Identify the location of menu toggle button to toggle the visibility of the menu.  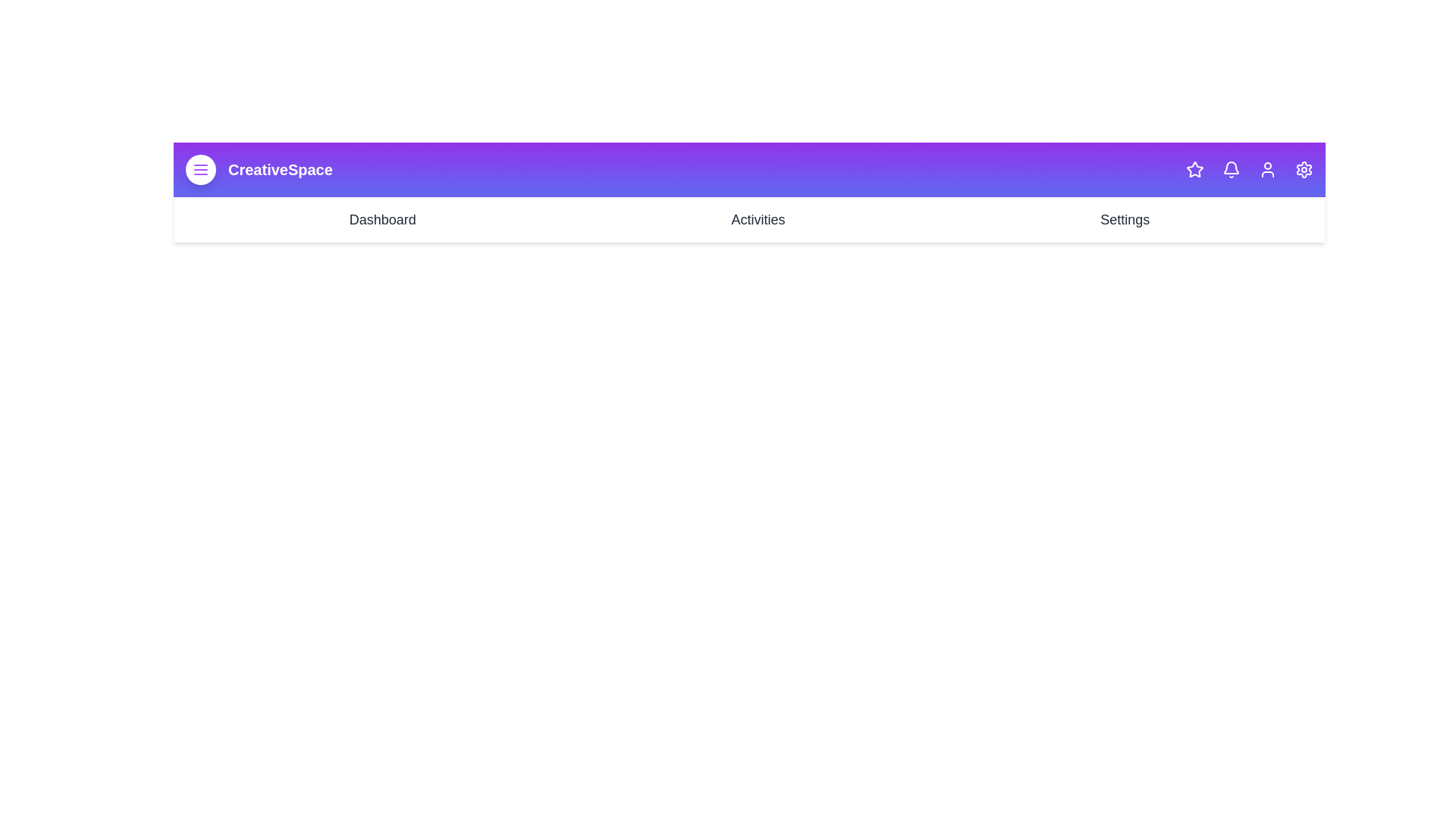
(199, 169).